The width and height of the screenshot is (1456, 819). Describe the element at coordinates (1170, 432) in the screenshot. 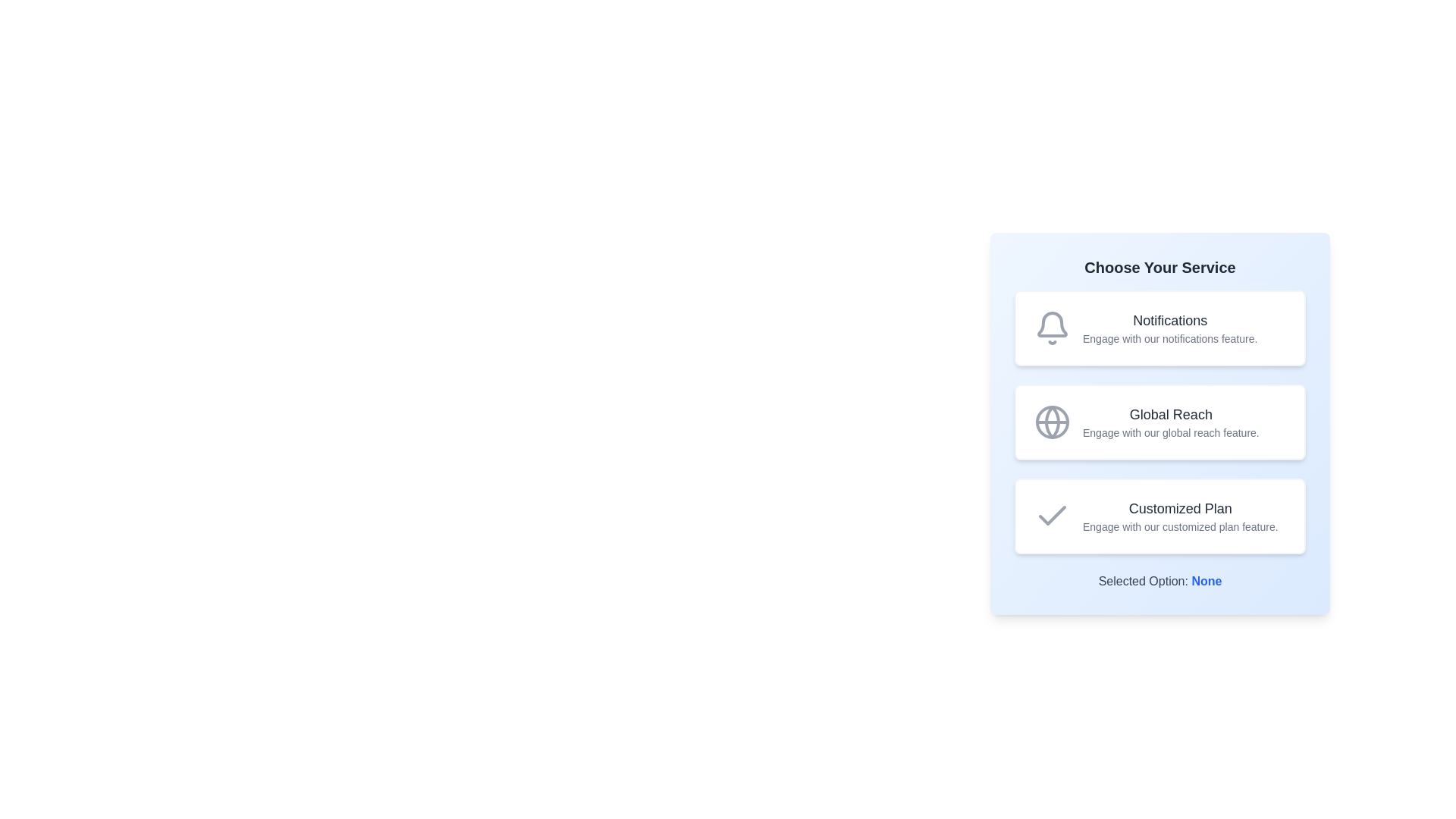

I see `the descriptive text element that provides additional information about the 'Global Reach' feature, which is located below the title 'Global Reach' and to the right of a globe icon` at that location.